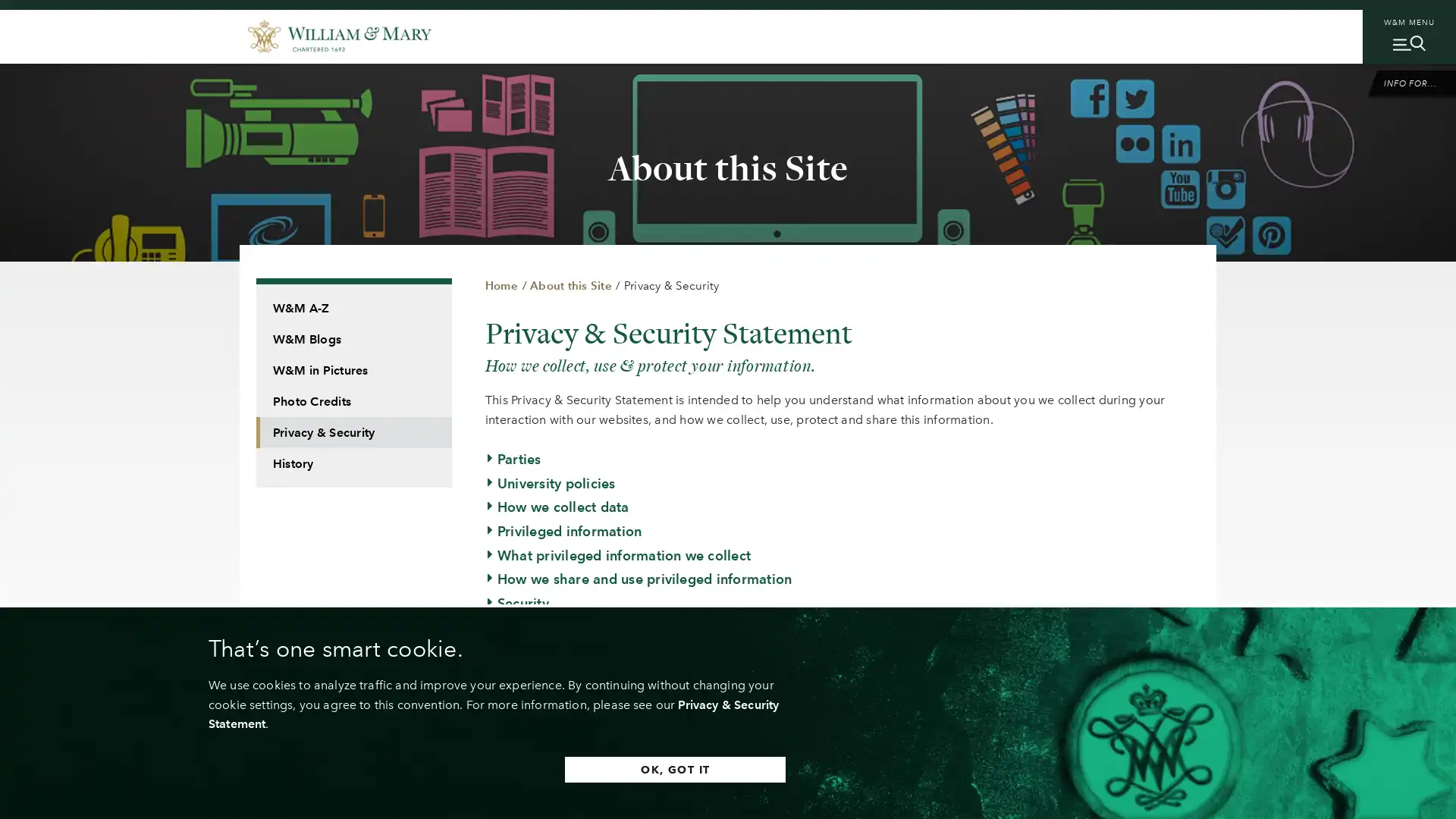 The width and height of the screenshot is (1456, 819). What do you see at coordinates (526, 698) in the screenshot?
I see `Contact Us` at bounding box center [526, 698].